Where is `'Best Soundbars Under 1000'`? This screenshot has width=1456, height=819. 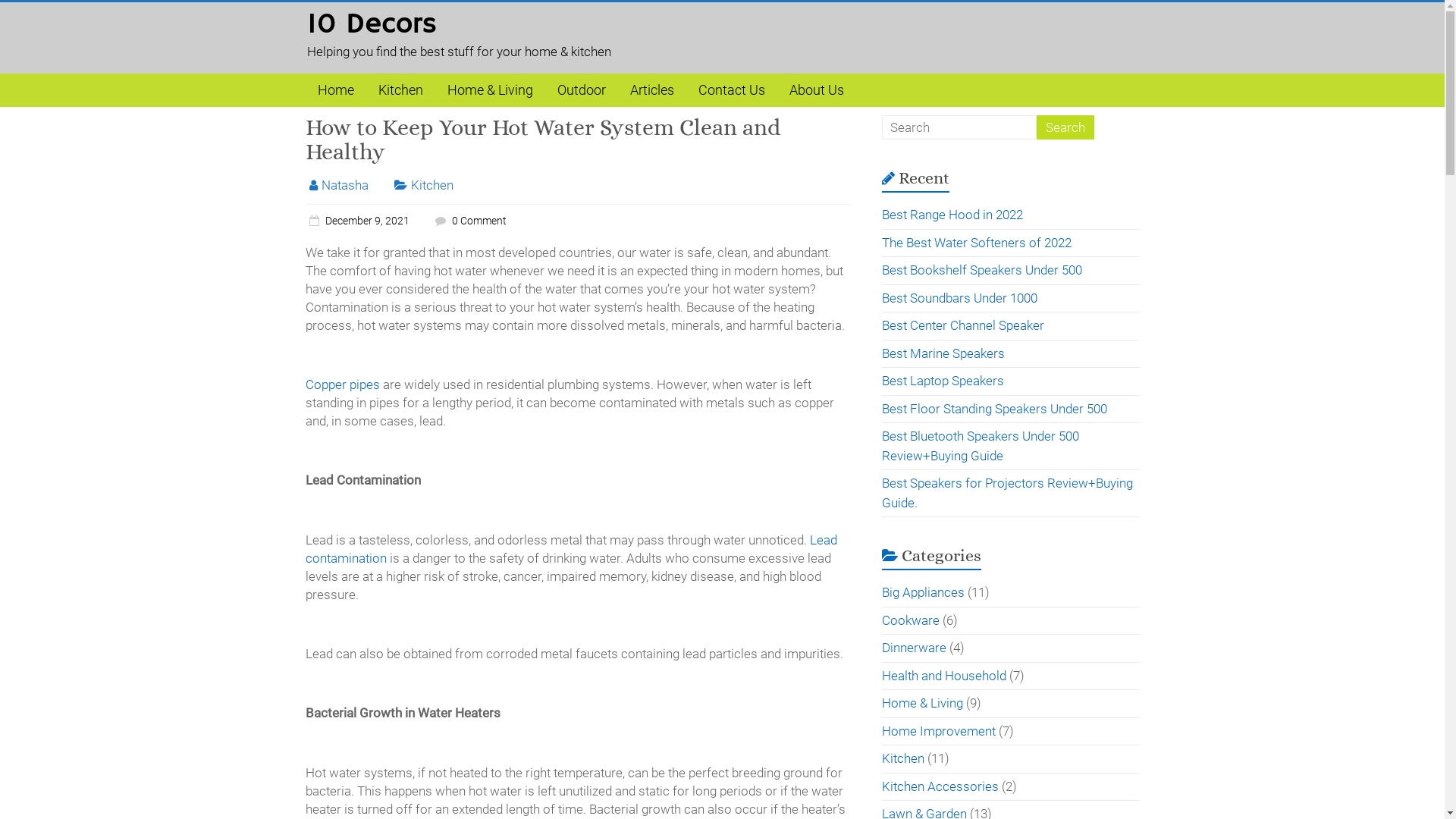 'Best Soundbars Under 1000' is located at coordinates (881, 297).